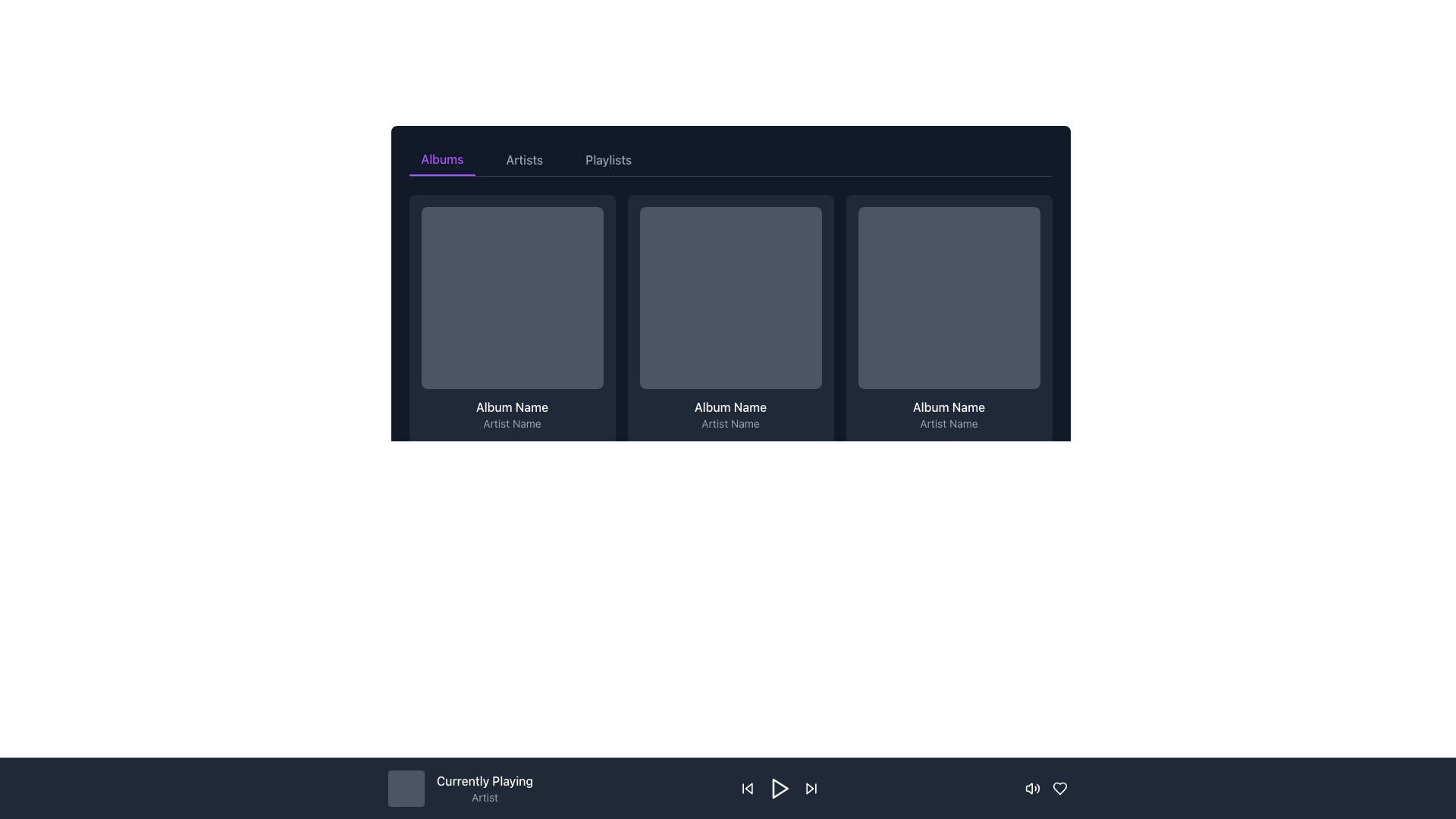 Image resolution: width=1456 pixels, height=819 pixels. I want to click on the small-sized text label displaying 'Artist Name' with gray coloring, located directly below the text 'Album Name' in the album information block, so click(512, 424).